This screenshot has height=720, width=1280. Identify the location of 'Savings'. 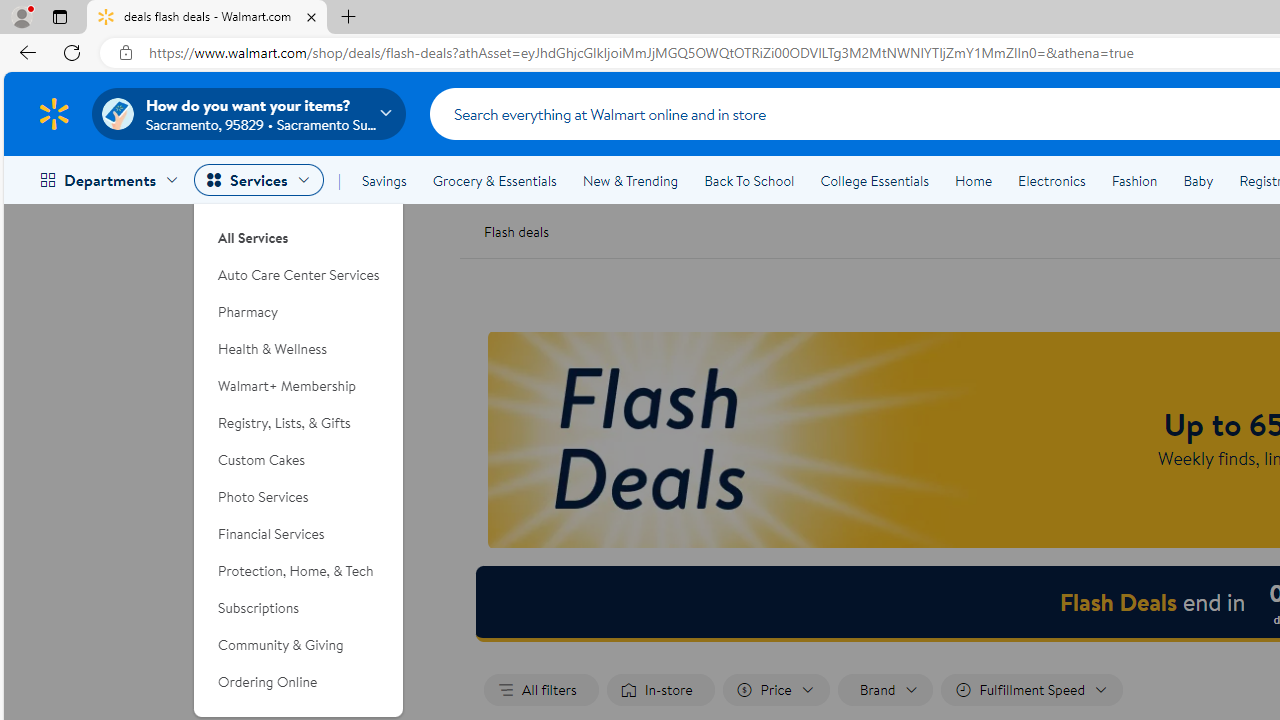
(384, 181).